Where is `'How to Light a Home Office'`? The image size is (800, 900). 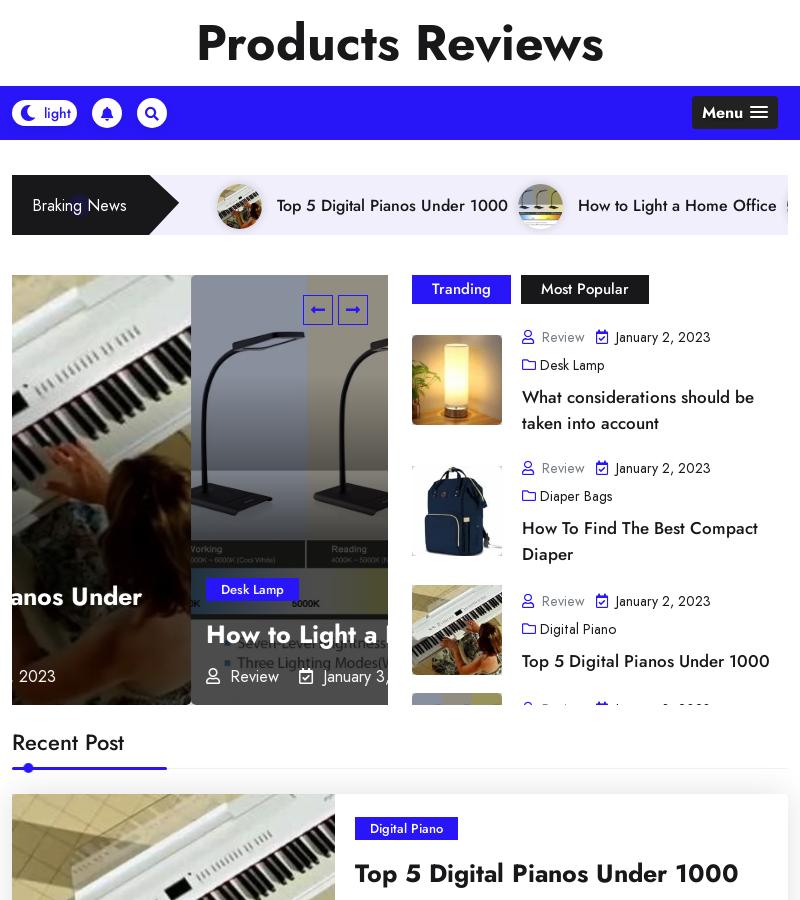
'How to Light a Home Office' is located at coordinates (518, 366).